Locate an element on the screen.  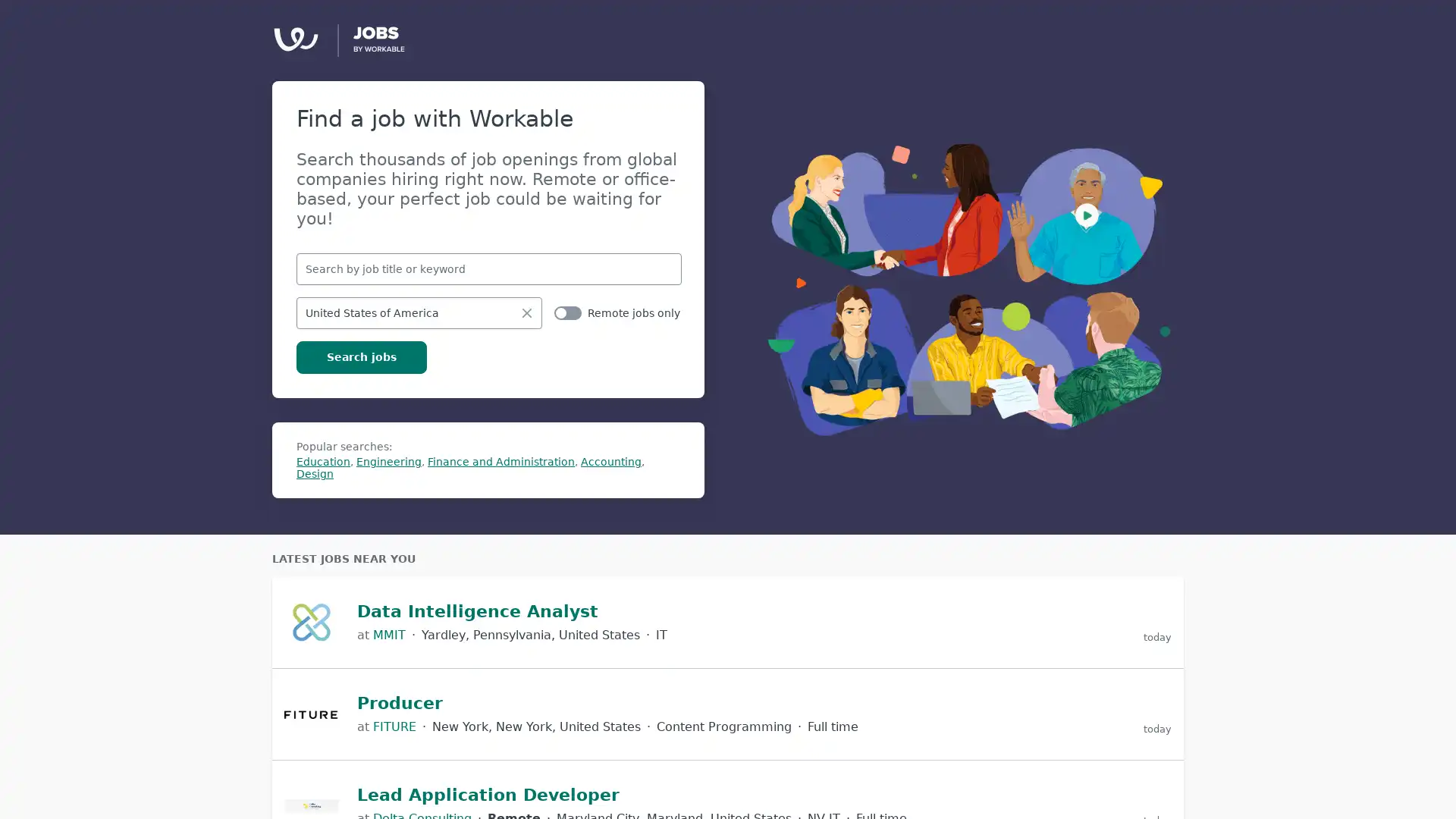
Lead Application Developer is located at coordinates (488, 794).